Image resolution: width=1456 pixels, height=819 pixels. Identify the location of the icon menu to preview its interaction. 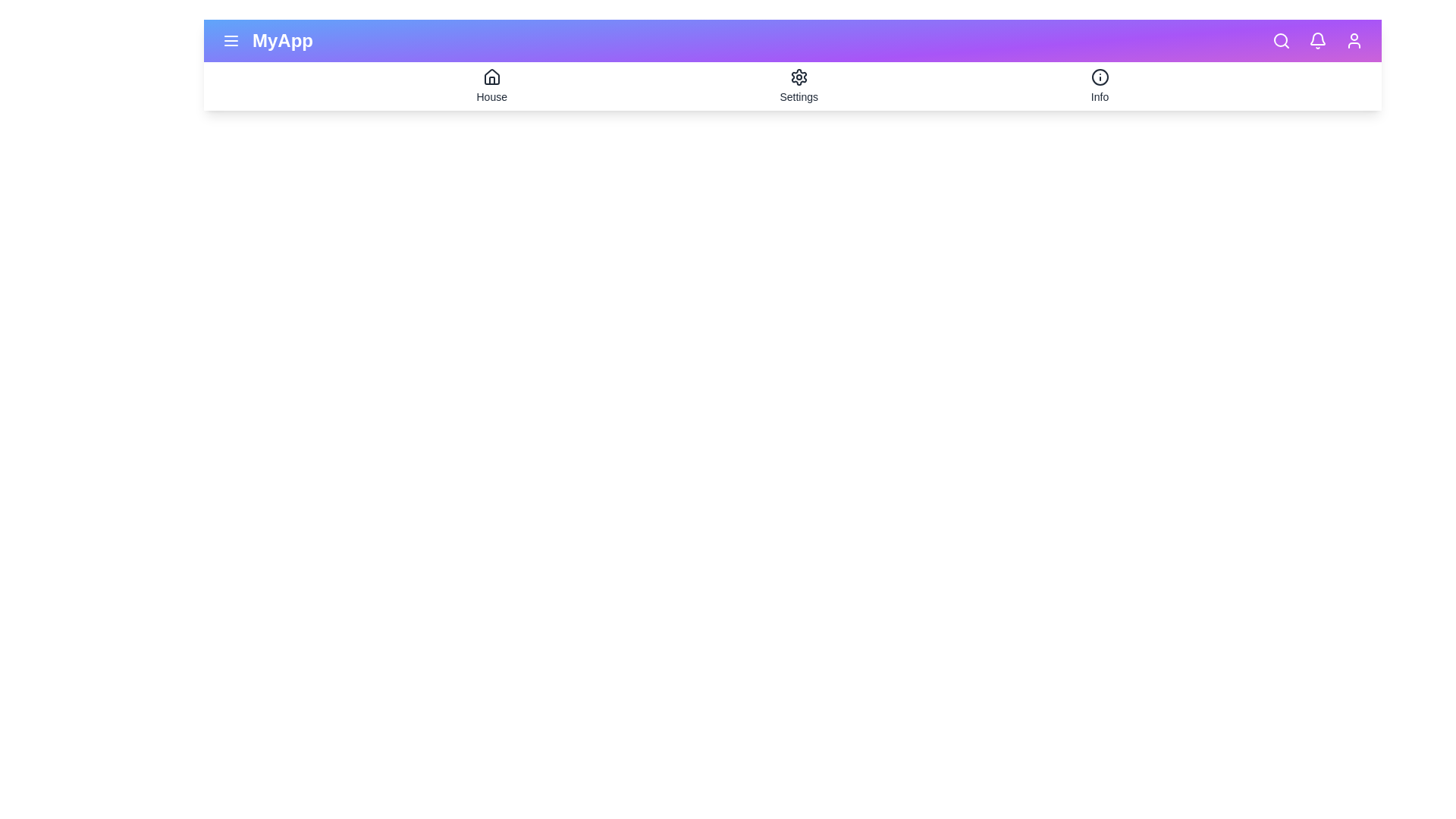
(231, 40).